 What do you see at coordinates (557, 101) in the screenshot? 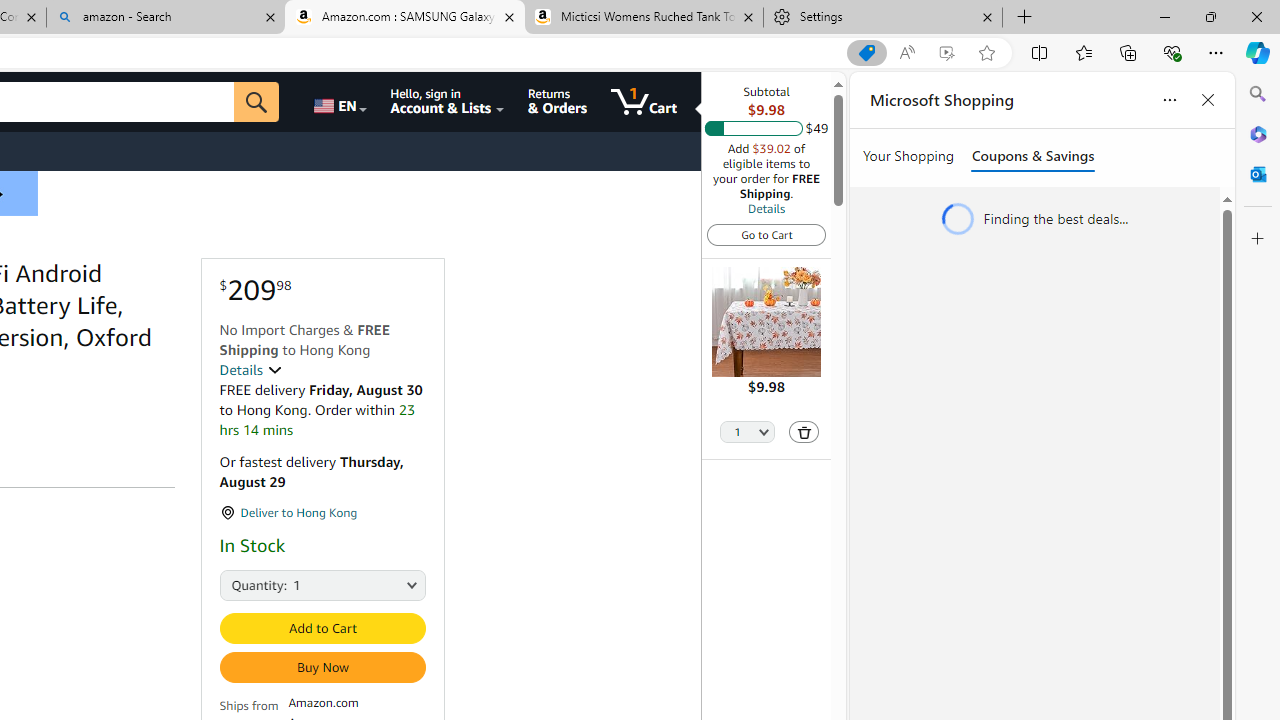
I see `'Returns & Orders'` at bounding box center [557, 101].